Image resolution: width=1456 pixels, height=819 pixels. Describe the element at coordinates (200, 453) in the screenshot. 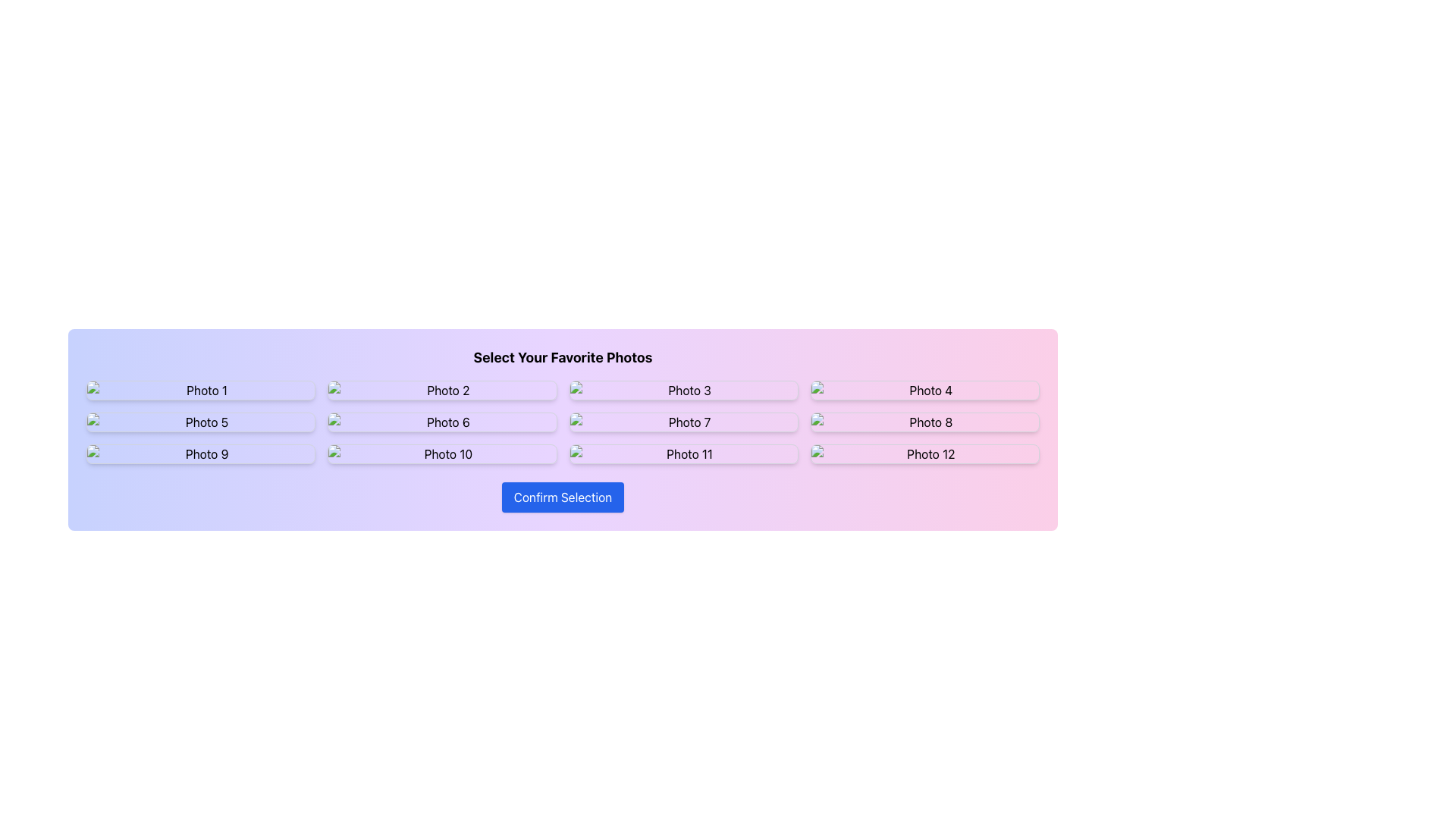

I see `the image icon labeled 'Photo 9' located` at that location.